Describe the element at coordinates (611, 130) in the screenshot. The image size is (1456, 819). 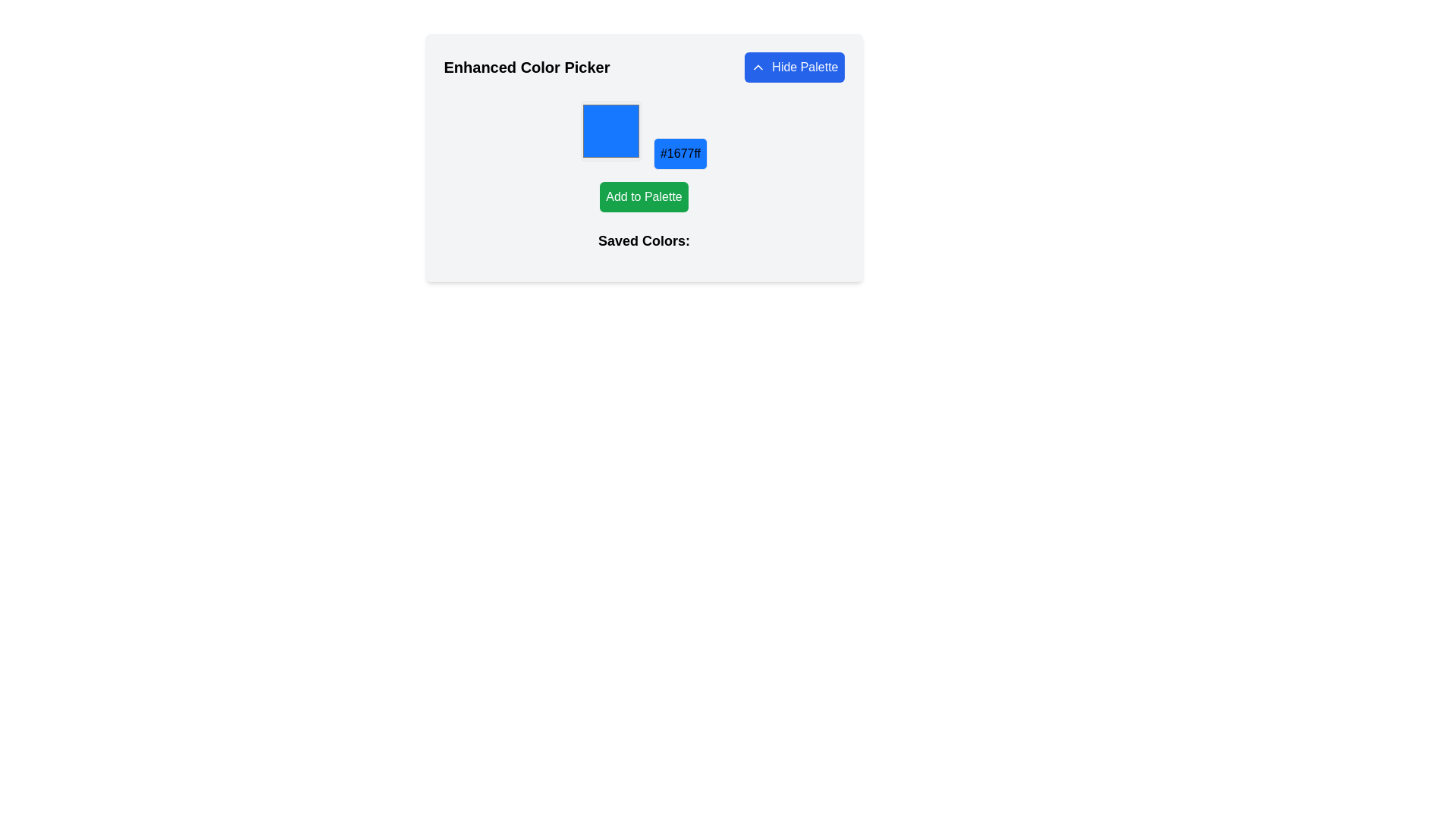
I see `the color swatch block that displays the blue color represented by the code '#1677ff'` at that location.